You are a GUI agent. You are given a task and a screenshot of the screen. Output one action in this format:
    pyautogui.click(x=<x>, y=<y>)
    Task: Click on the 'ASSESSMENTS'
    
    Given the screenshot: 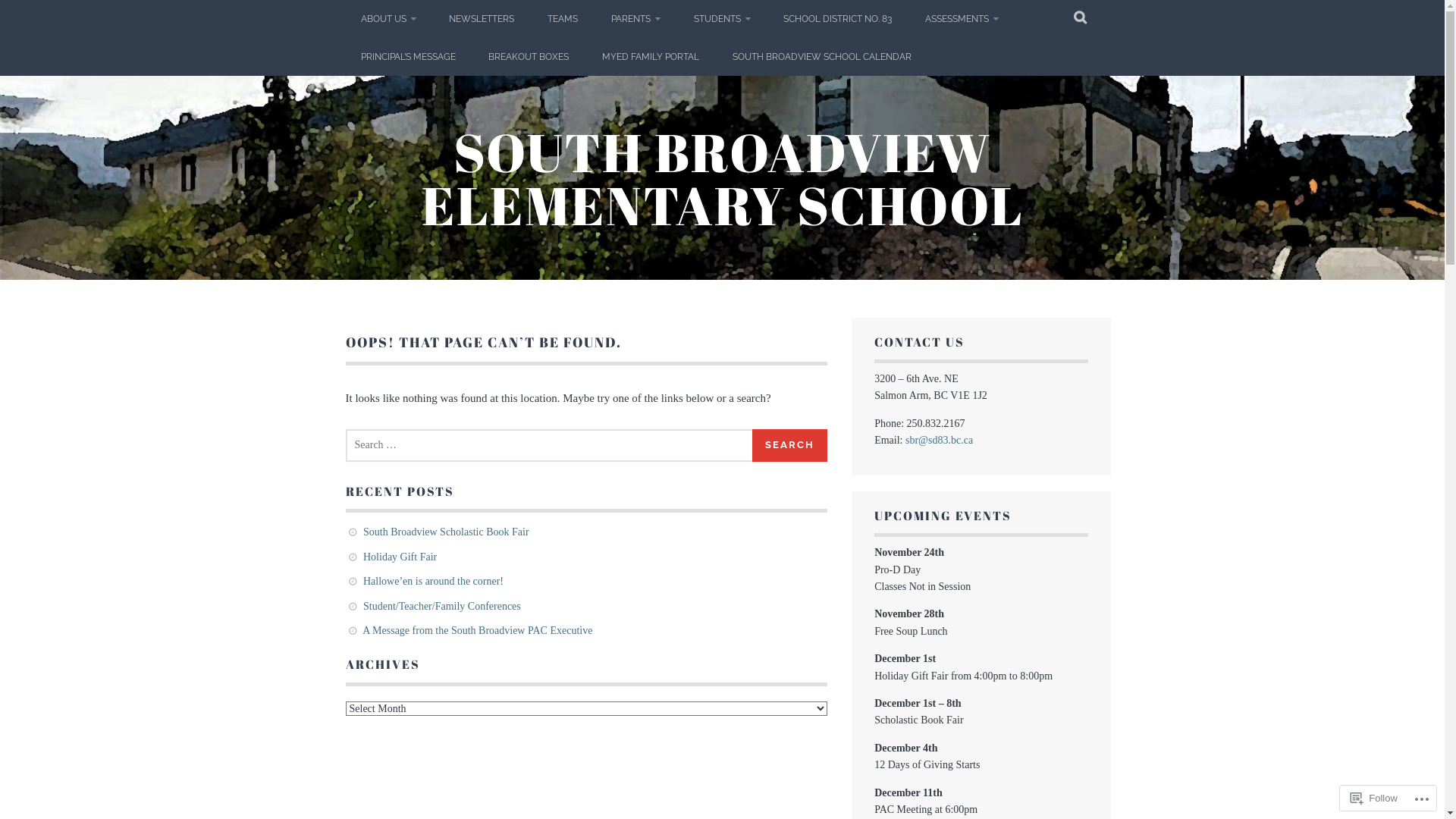 What is the action you would take?
    pyautogui.click(x=910, y=18)
    